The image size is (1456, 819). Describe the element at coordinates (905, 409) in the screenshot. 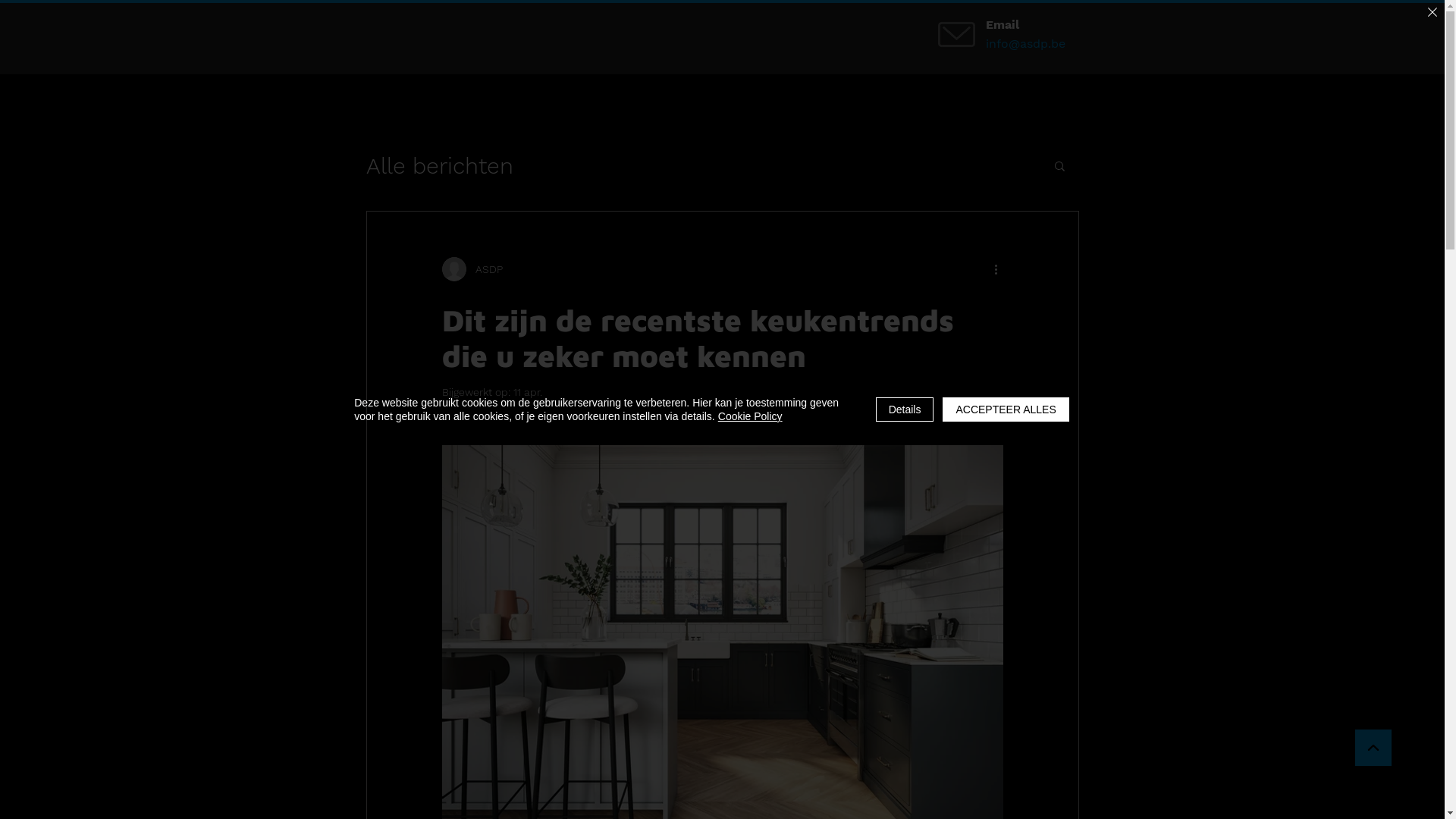

I see `'Details'` at that location.